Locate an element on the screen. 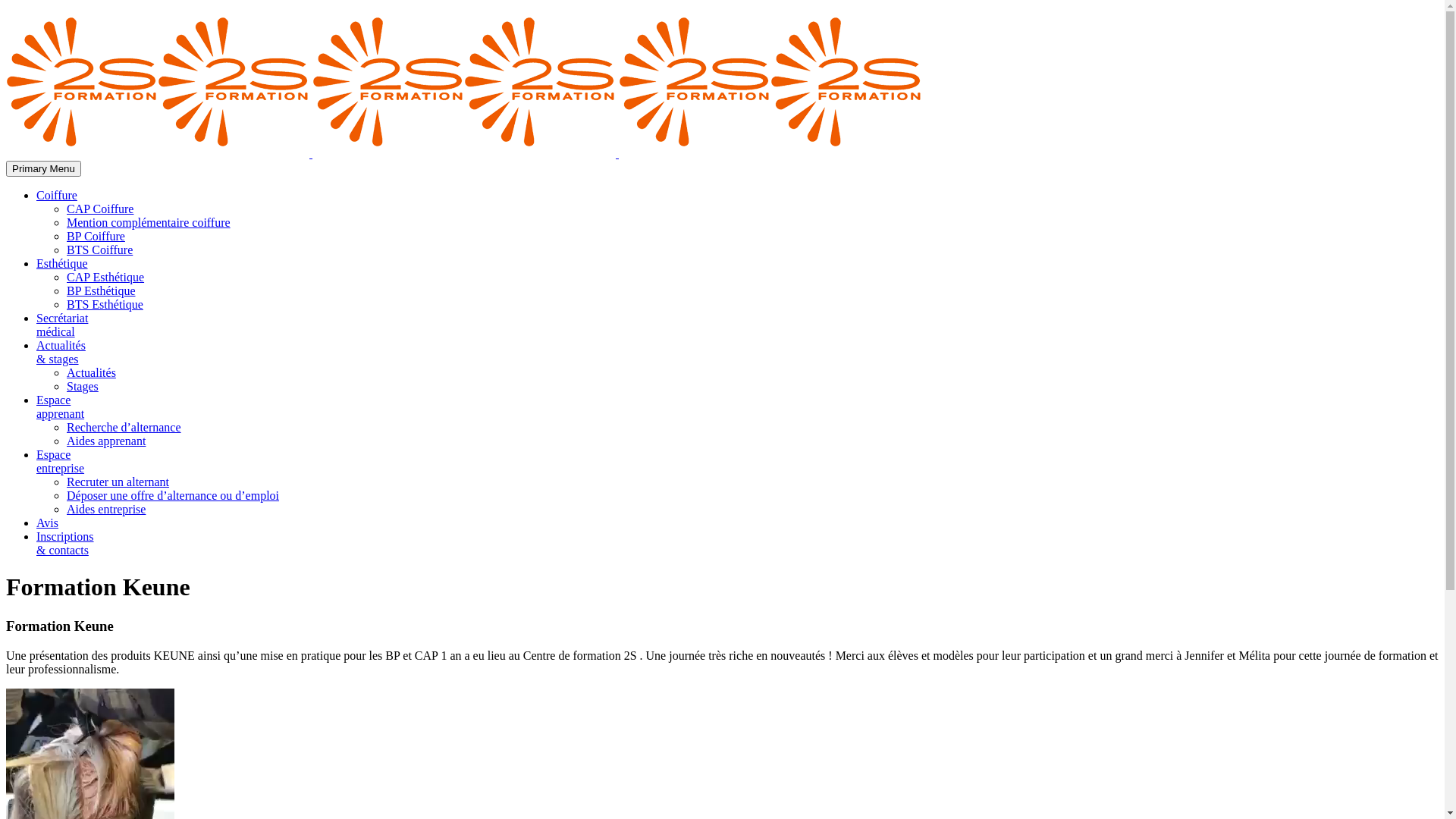 The width and height of the screenshot is (1456, 819). 'Inscriptions is located at coordinates (64, 542).